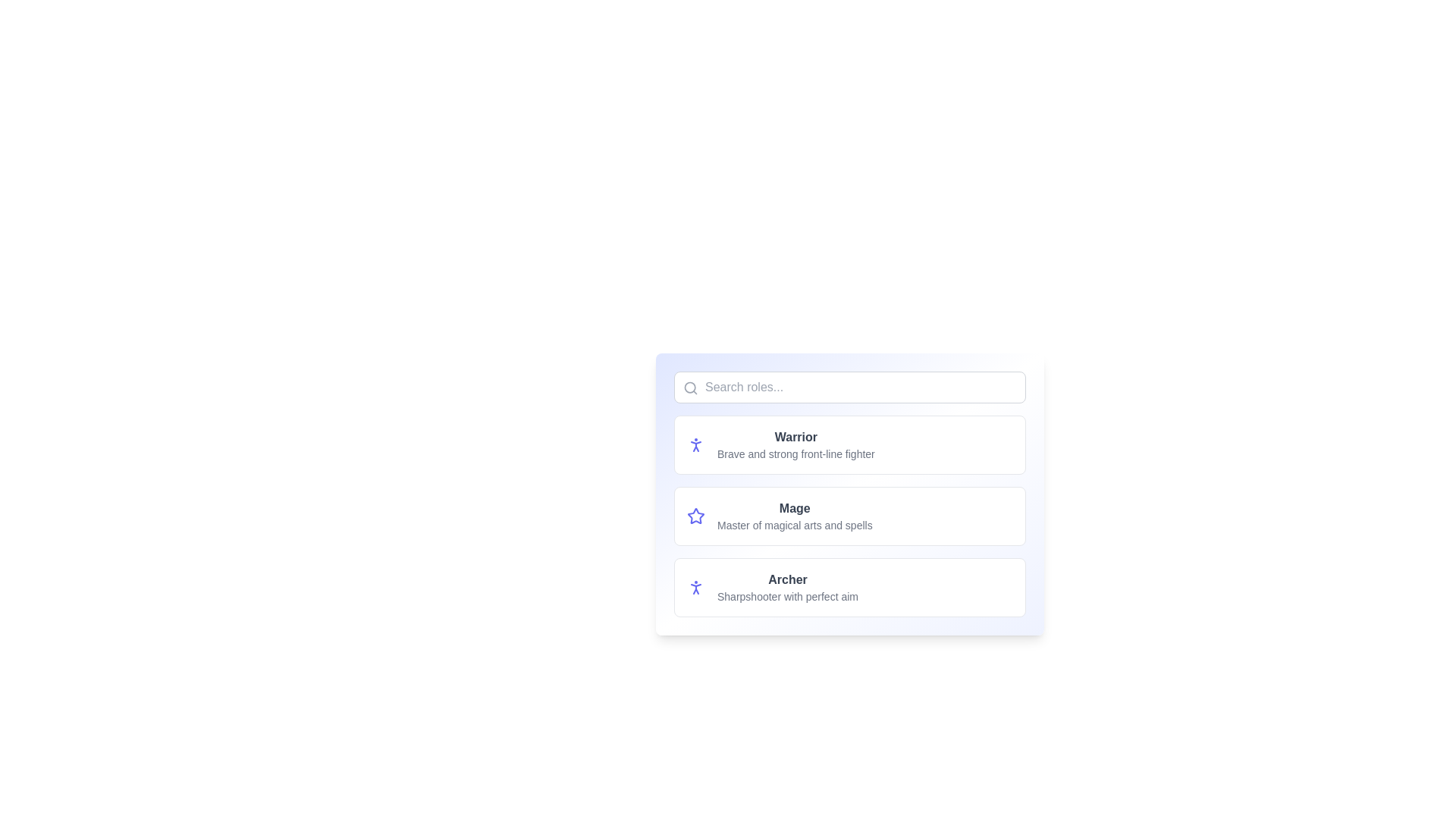 The image size is (1456, 819). I want to click on the 'Mage' selectable item in the list, which has a bold text label and an indigo-colored star icon, so click(850, 516).